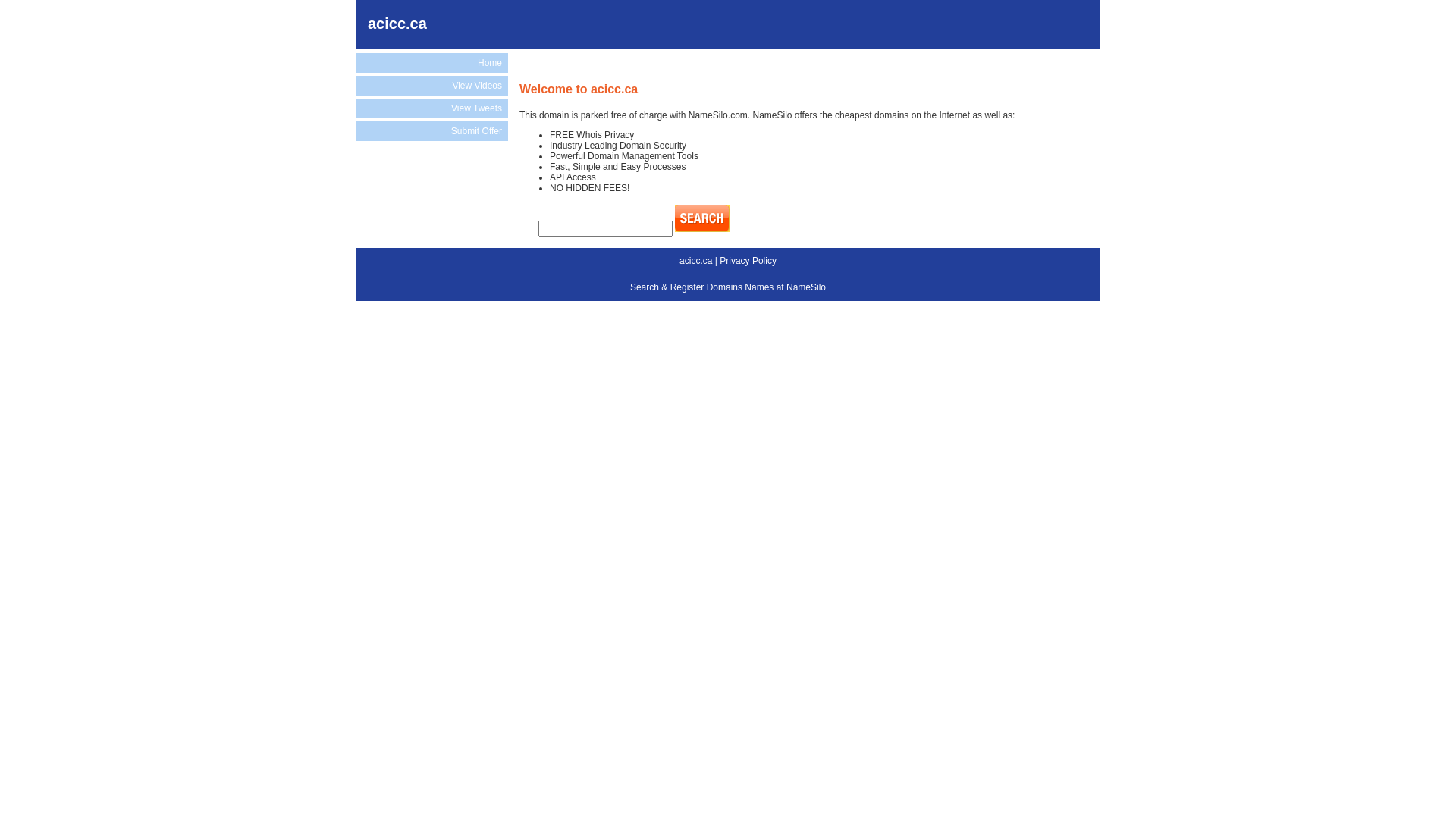  I want to click on 'Home', so click(356, 62).